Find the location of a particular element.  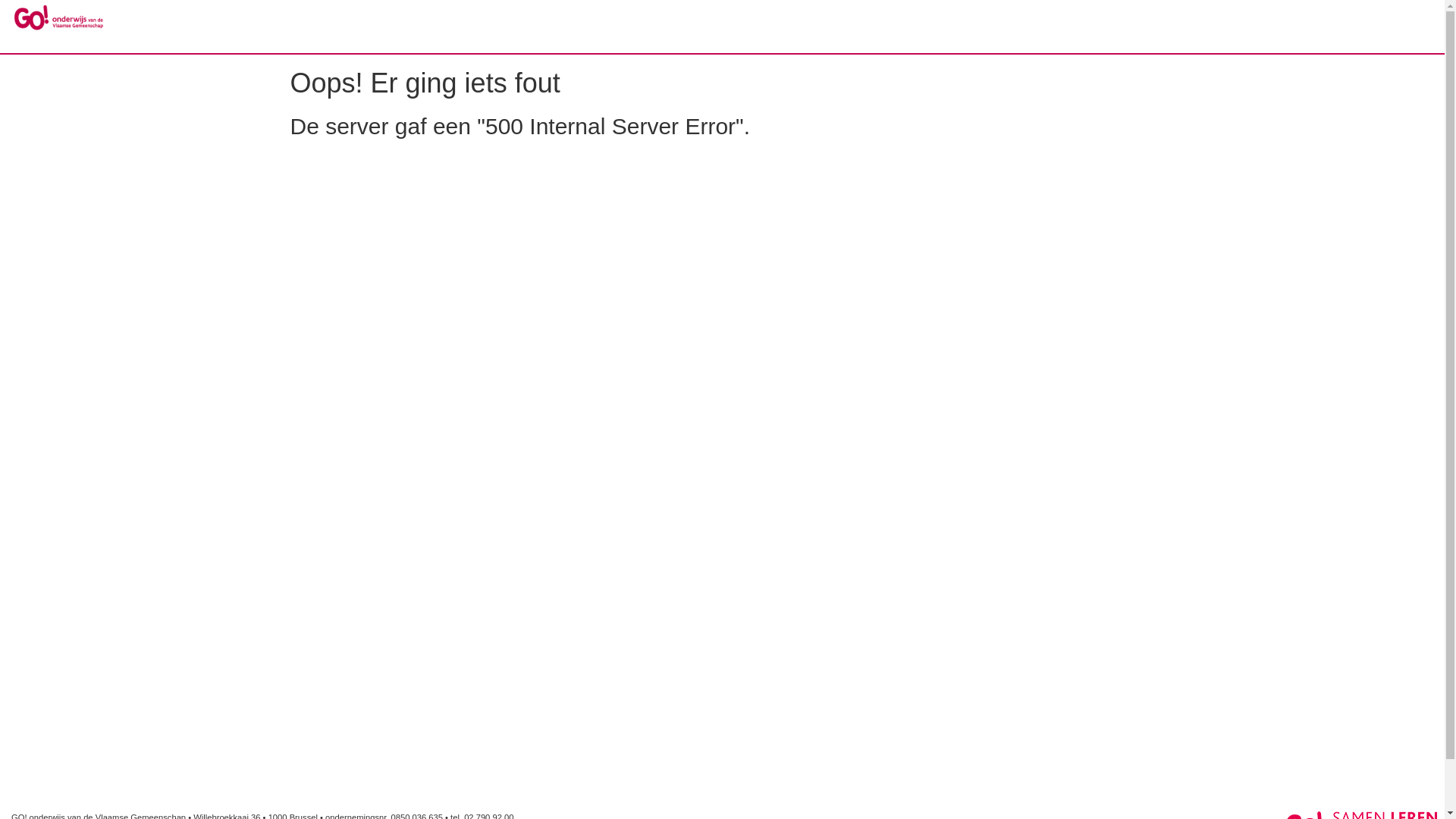

'GO! Reglement' is located at coordinates (11, 17).